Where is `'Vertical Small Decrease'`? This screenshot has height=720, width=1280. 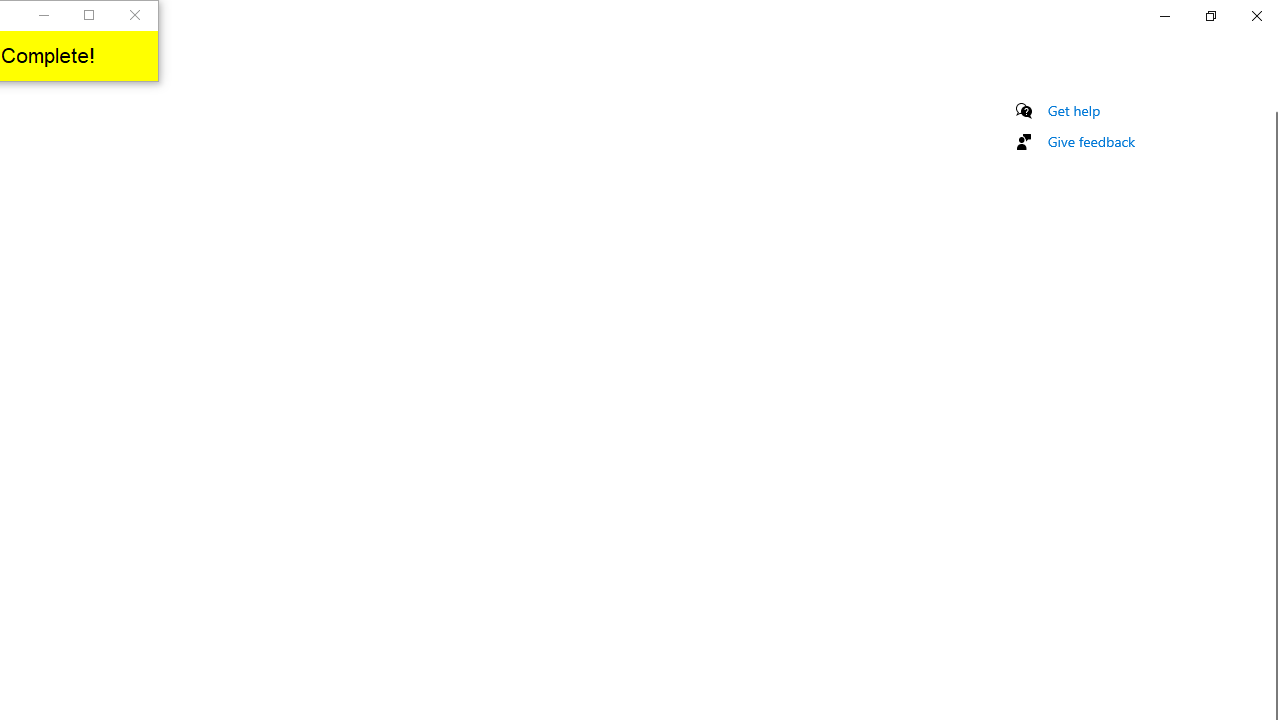
'Vertical Small Decrease' is located at coordinates (1271, 104).